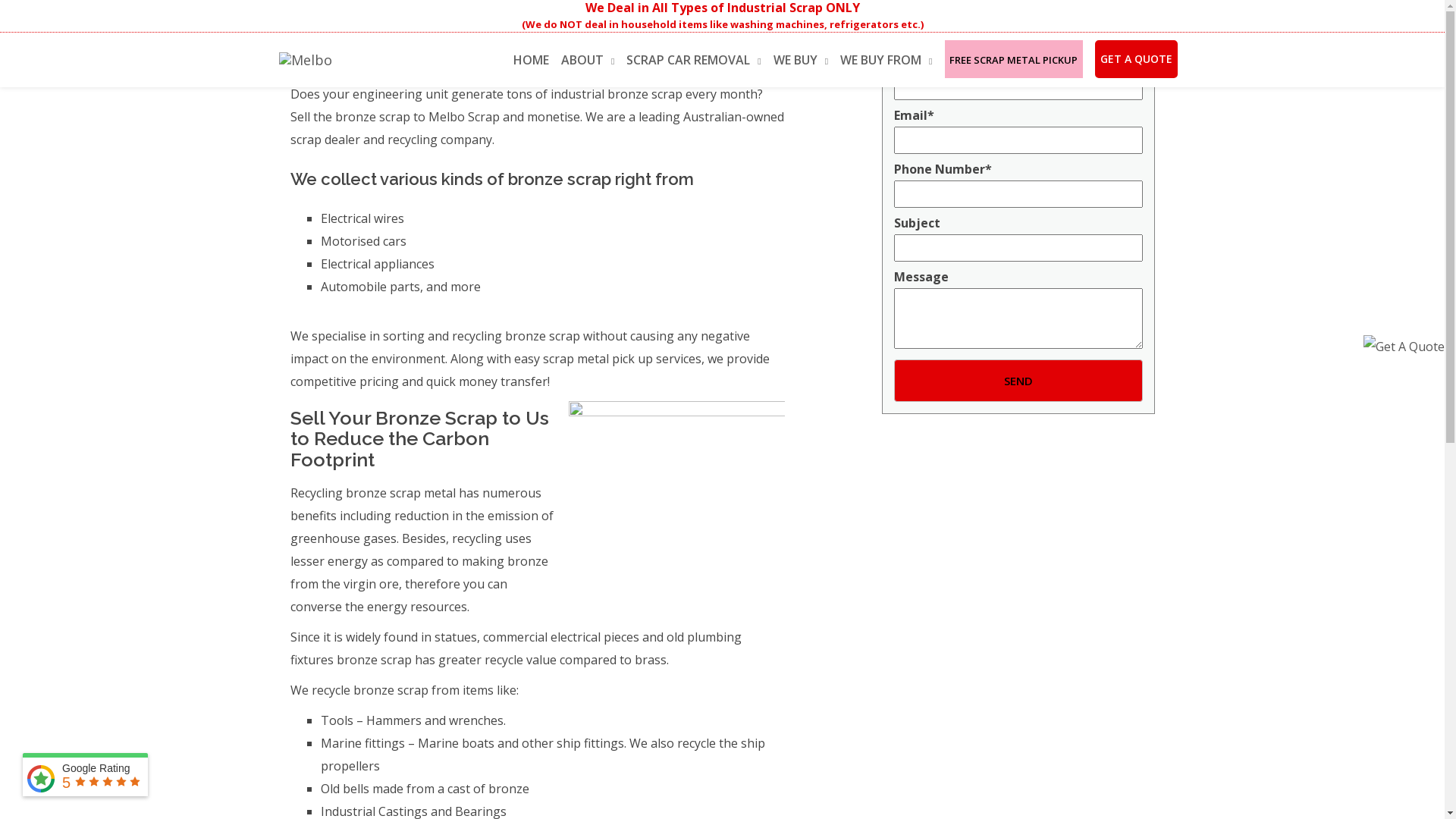 This screenshot has height=819, width=1456. I want to click on 'FREE SCRAP METAL PICKUP', so click(1014, 57).